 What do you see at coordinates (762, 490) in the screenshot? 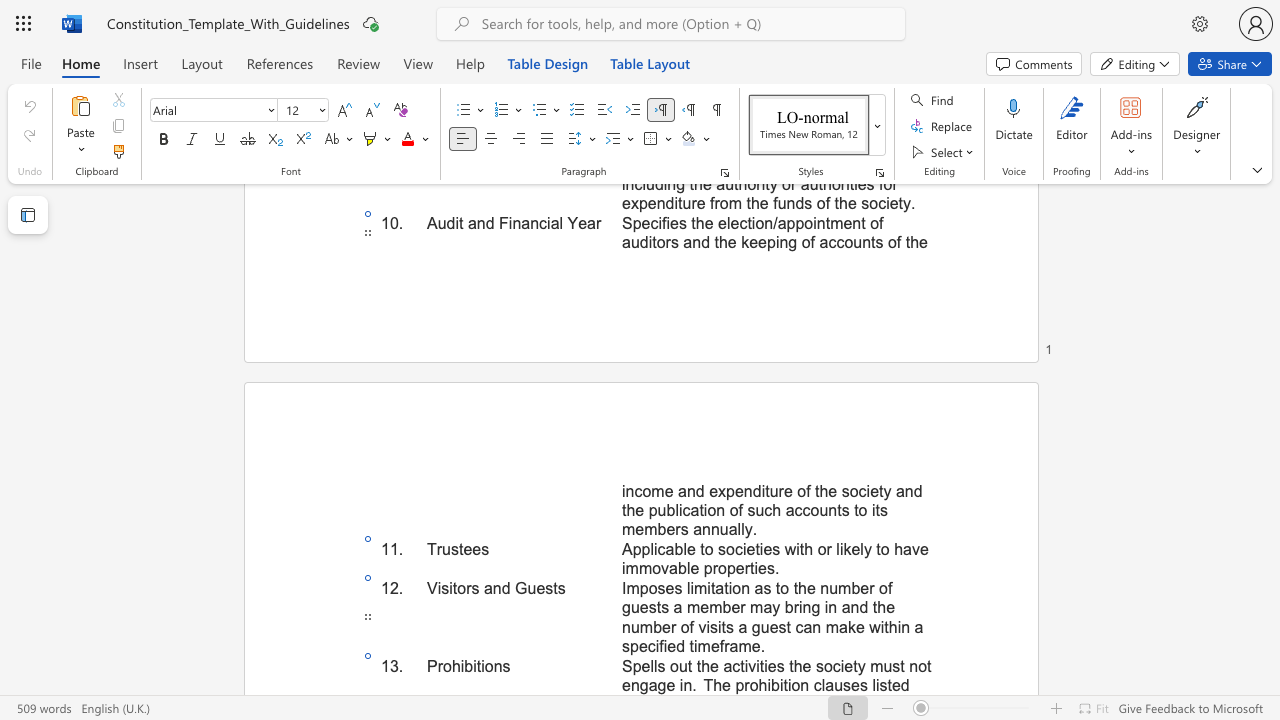
I see `the 2th character "i" in the text` at bounding box center [762, 490].